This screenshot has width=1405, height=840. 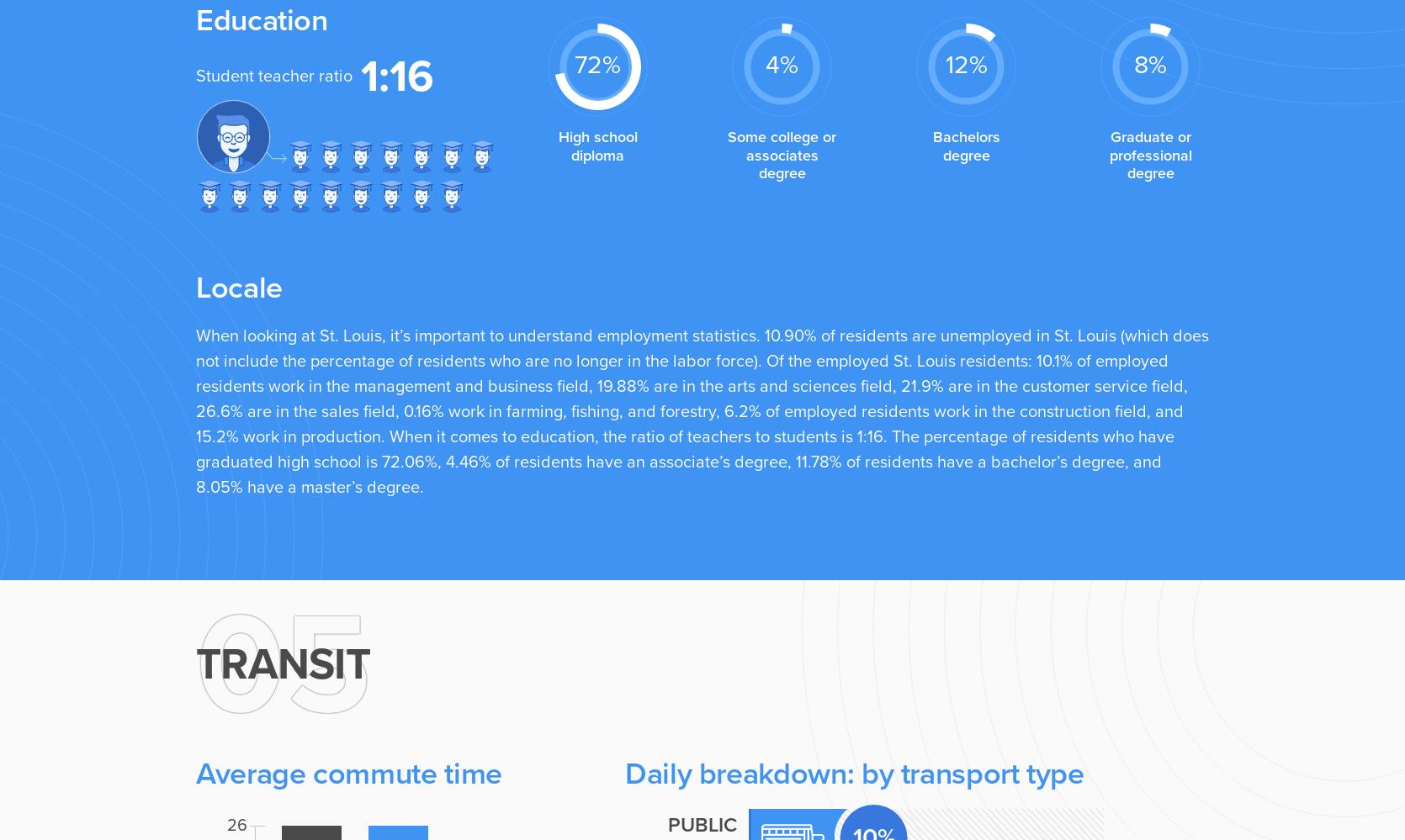 What do you see at coordinates (238, 288) in the screenshot?
I see `'Locale'` at bounding box center [238, 288].